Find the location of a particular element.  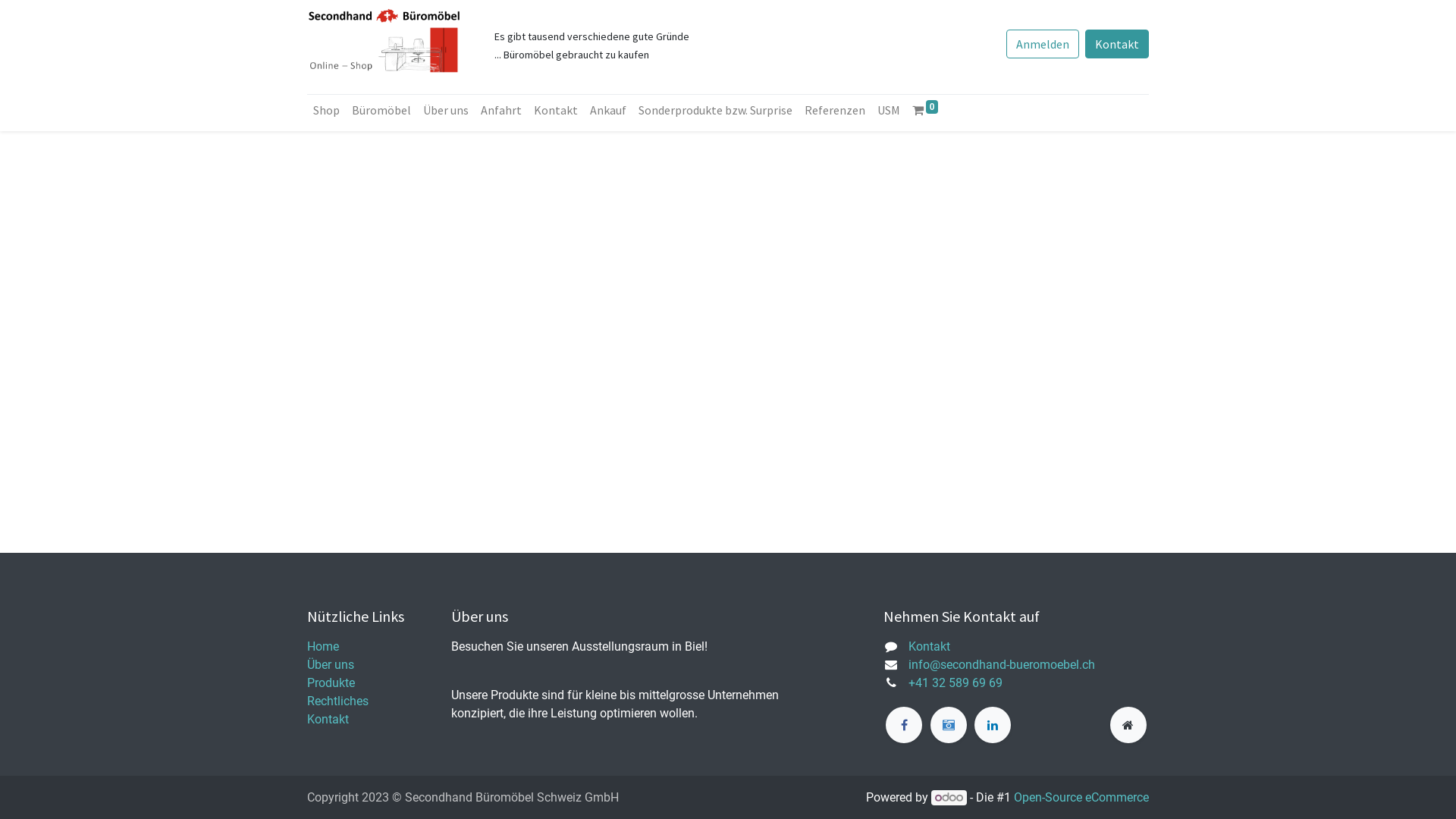

'Anmelden' is located at coordinates (1041, 42).